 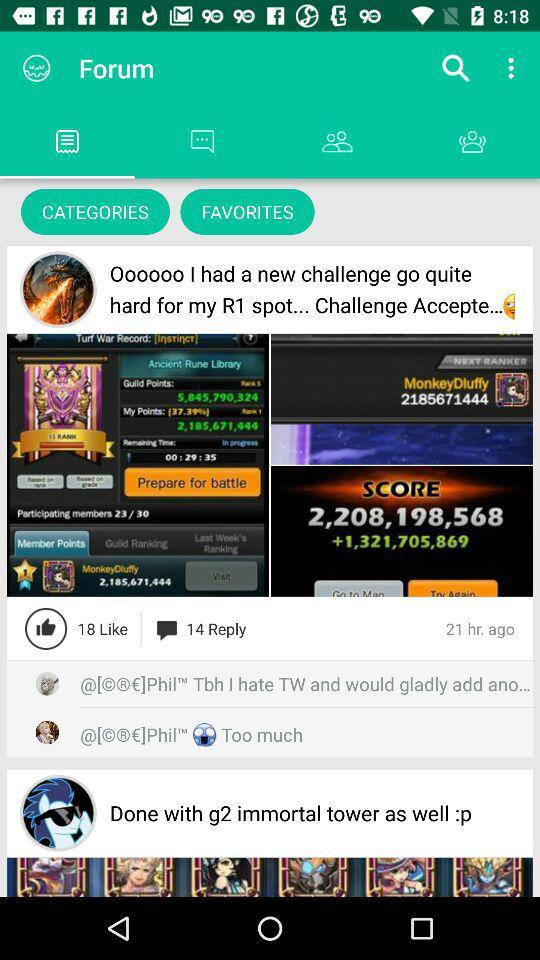 What do you see at coordinates (94, 211) in the screenshot?
I see `categories` at bounding box center [94, 211].